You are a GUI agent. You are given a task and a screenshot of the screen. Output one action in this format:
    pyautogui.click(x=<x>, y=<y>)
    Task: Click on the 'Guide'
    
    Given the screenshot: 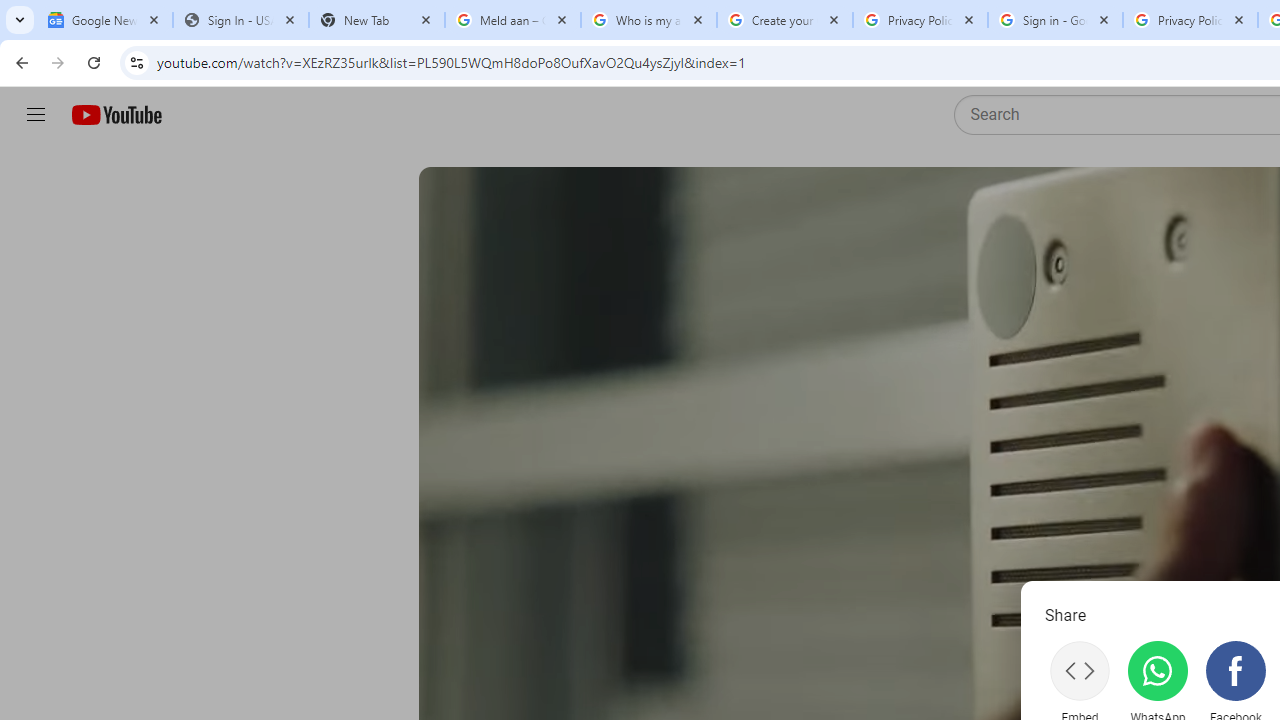 What is the action you would take?
    pyautogui.click(x=35, y=115)
    